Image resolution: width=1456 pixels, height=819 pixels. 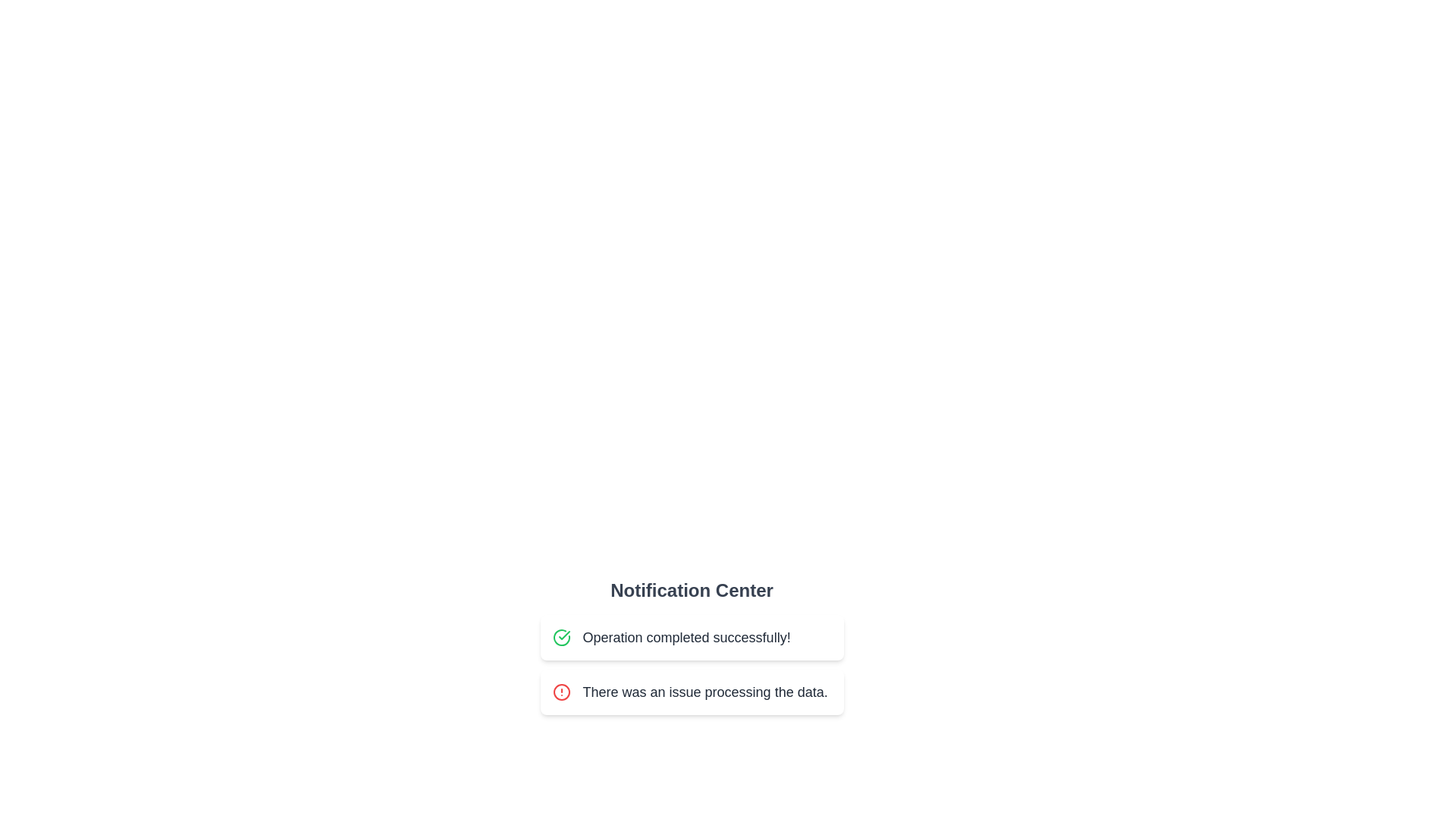 What do you see at coordinates (691, 637) in the screenshot?
I see `the first success notification in the Notification Center, which indicates that an operation was completed successfully` at bounding box center [691, 637].